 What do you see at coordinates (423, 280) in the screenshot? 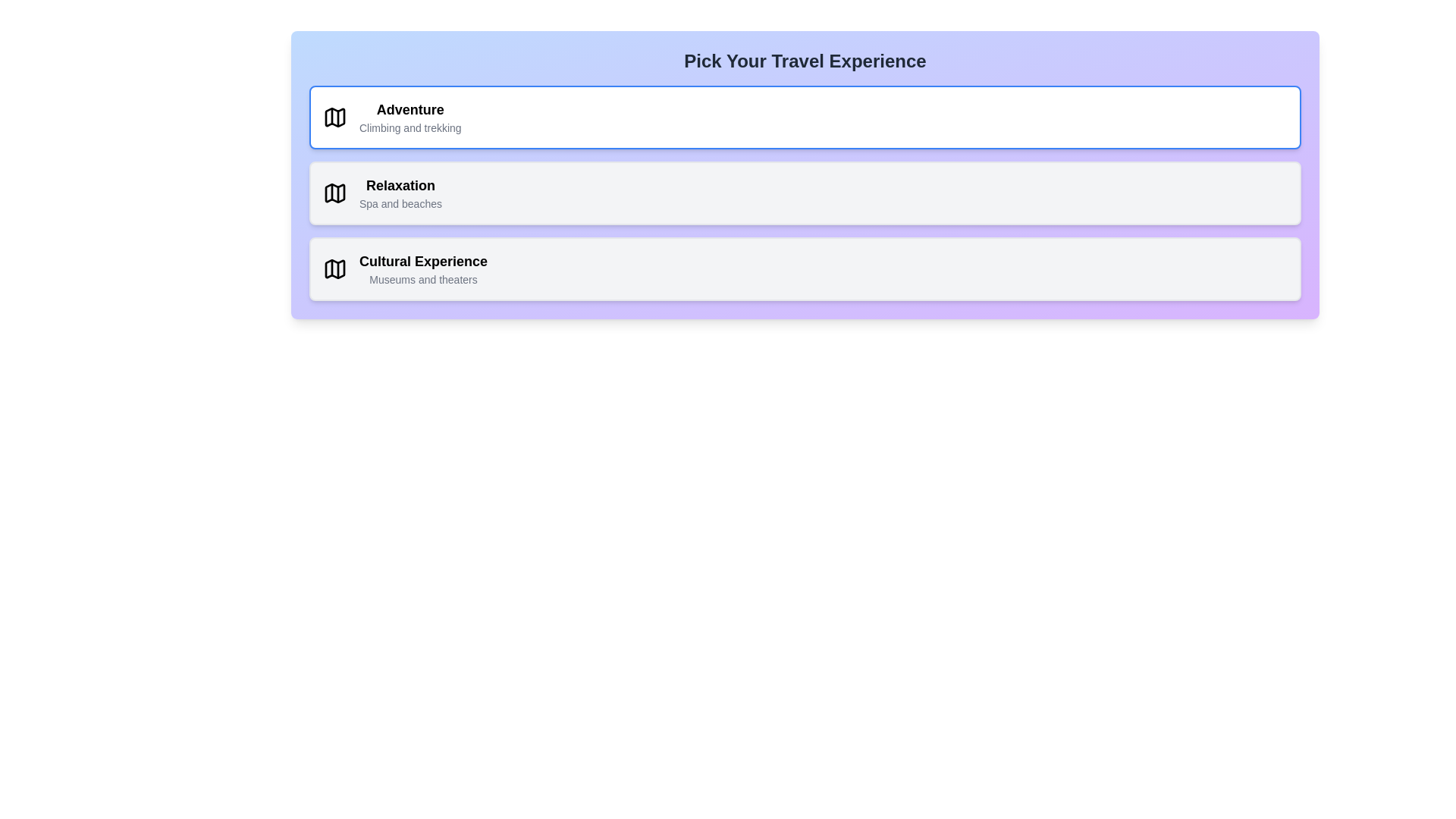
I see `the Text Label providing additional descriptive information about the 'Cultural Experience' category, located below the 'Cultural Experience' text in the third section of the list under 'Pick Your Travel Experience.'` at bounding box center [423, 280].